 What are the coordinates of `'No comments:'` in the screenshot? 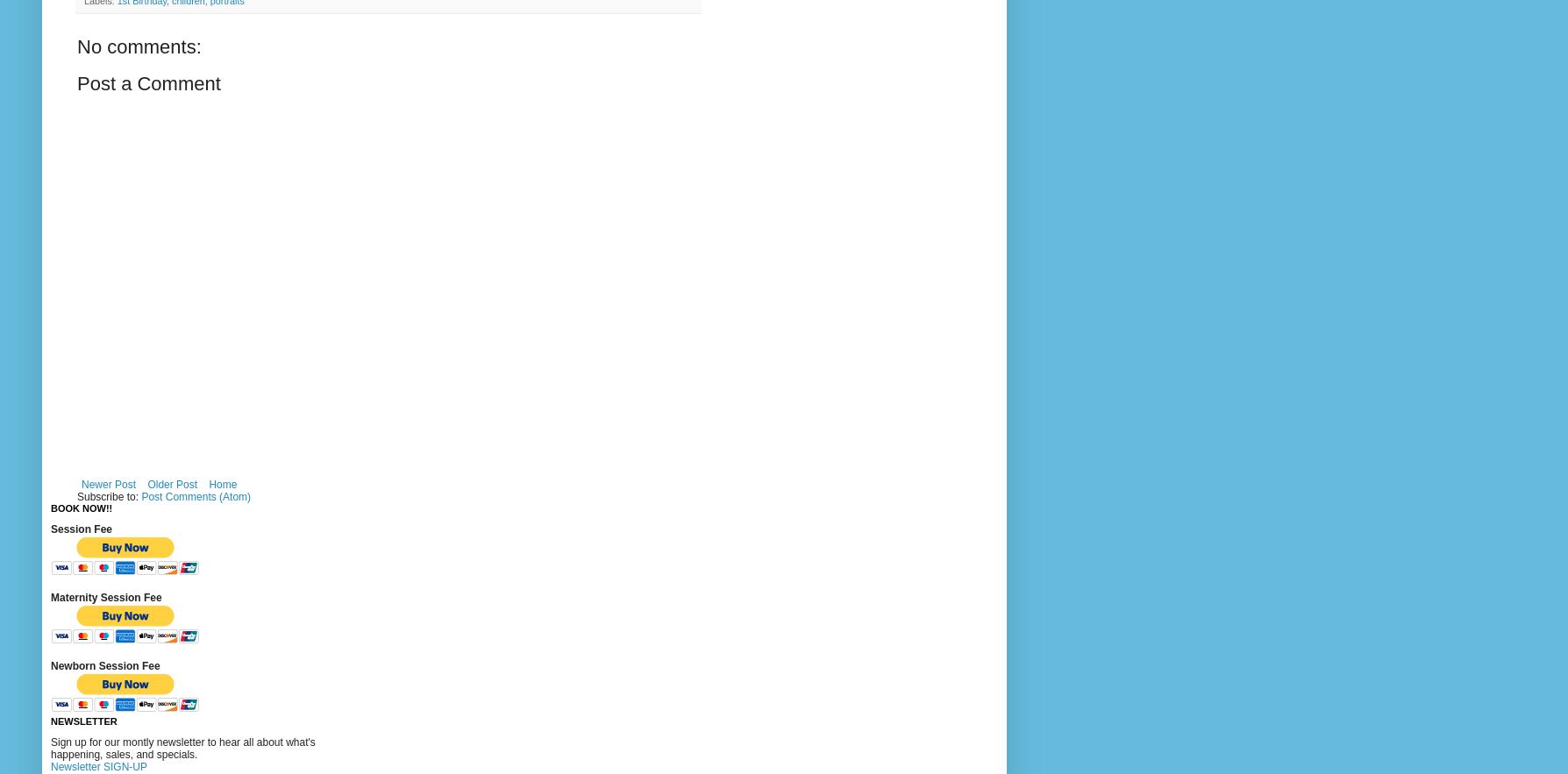 It's located at (139, 45).